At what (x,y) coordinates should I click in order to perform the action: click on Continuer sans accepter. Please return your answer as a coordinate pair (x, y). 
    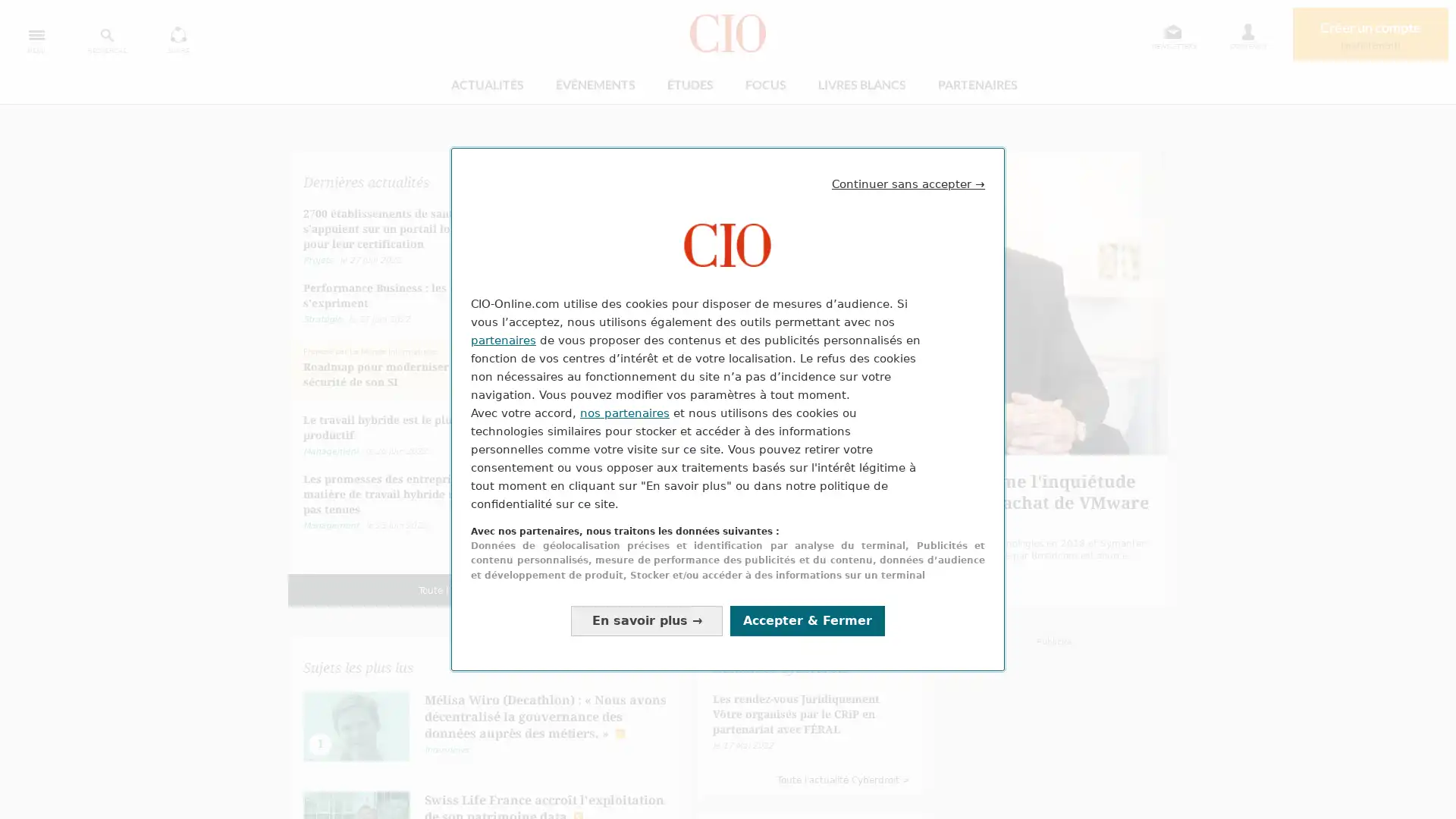
    Looking at the image, I should click on (908, 183).